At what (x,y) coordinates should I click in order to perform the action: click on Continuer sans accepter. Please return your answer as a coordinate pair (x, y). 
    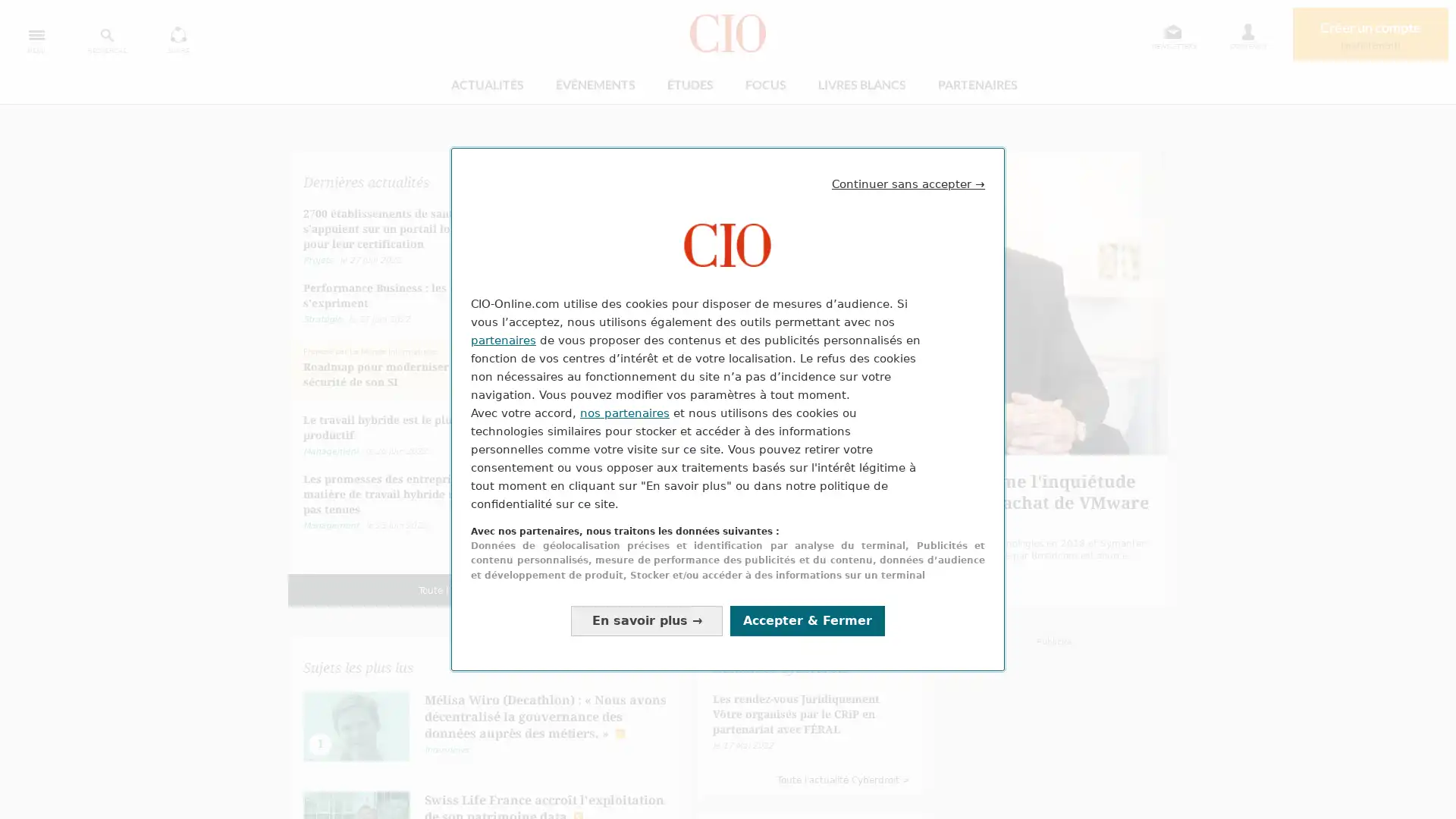
    Looking at the image, I should click on (908, 183).